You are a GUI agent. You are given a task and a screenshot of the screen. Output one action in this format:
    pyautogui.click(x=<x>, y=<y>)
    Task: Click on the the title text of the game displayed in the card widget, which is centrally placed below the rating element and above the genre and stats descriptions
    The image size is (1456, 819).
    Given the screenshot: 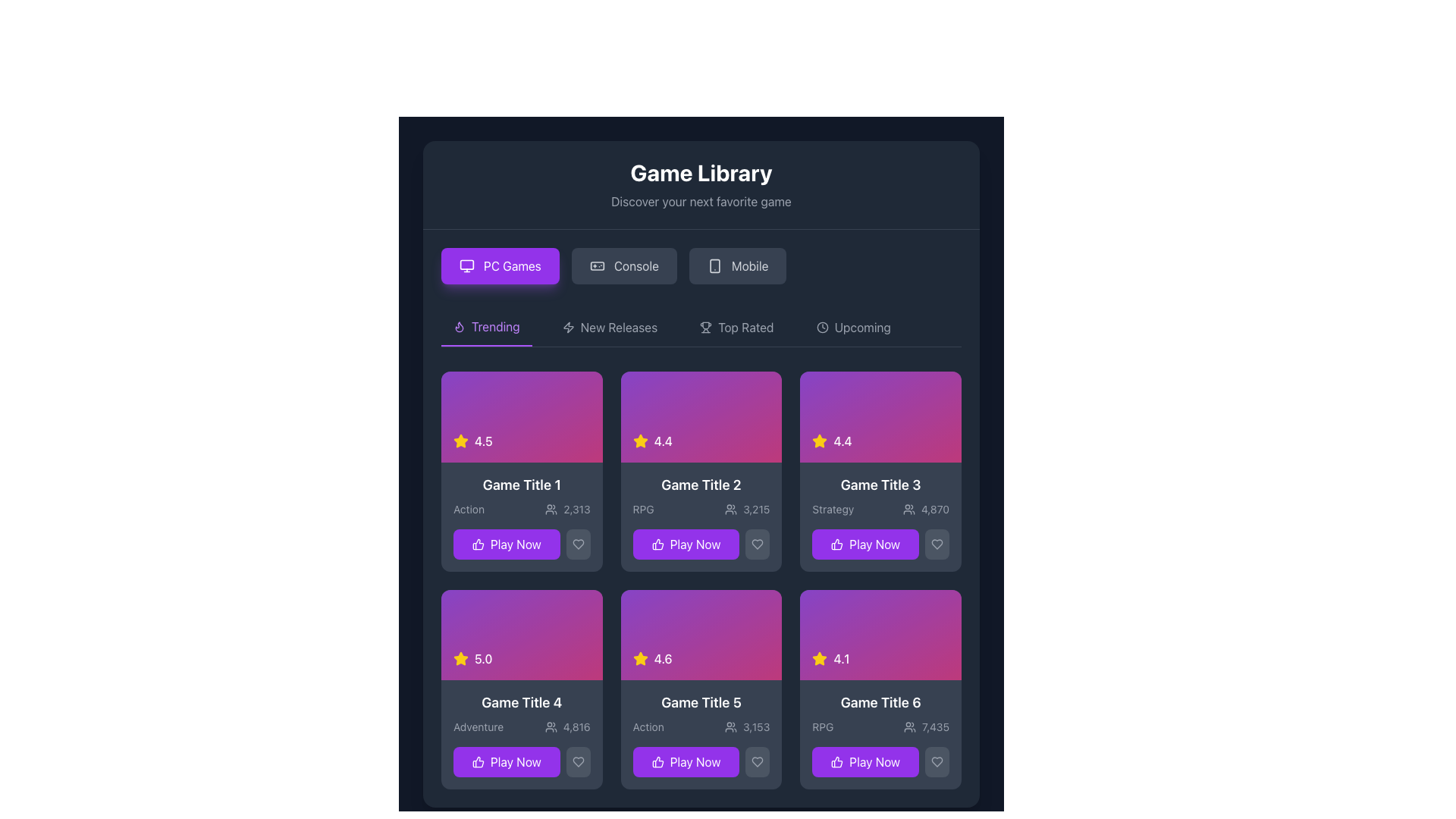 What is the action you would take?
    pyautogui.click(x=522, y=485)
    